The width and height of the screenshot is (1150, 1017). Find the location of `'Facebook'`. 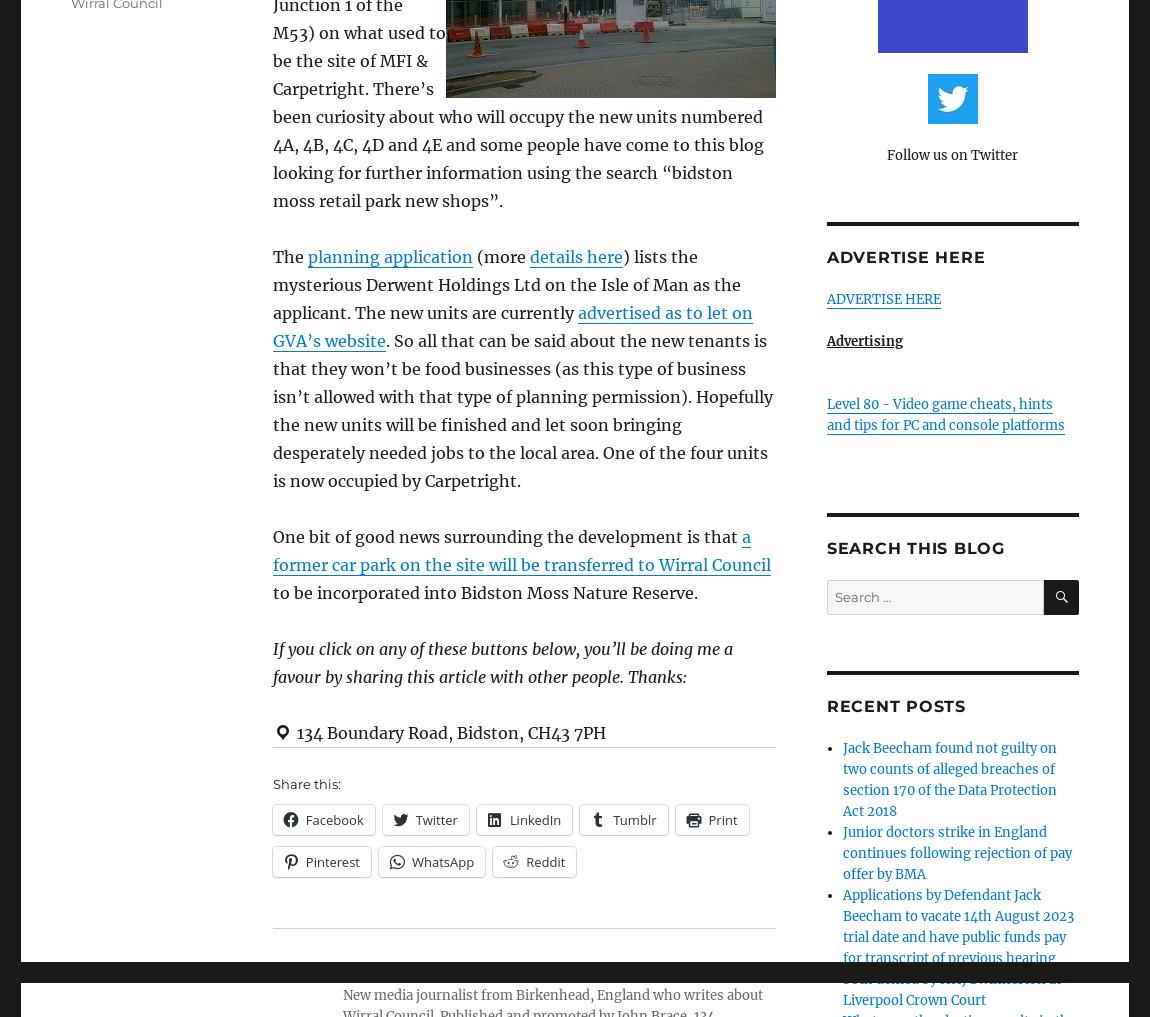

'Facebook' is located at coordinates (333, 819).